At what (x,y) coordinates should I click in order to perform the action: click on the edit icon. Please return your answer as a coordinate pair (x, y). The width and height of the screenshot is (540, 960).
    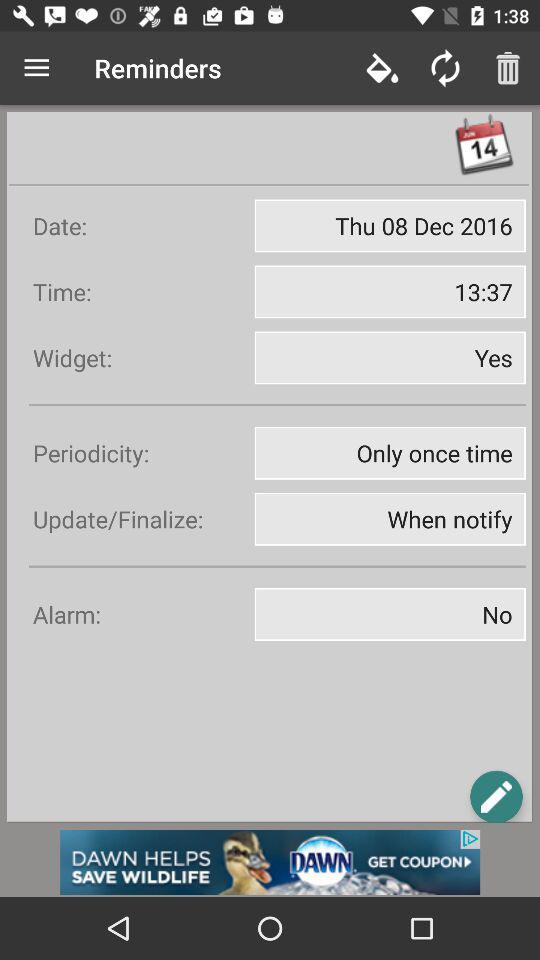
    Looking at the image, I should click on (495, 796).